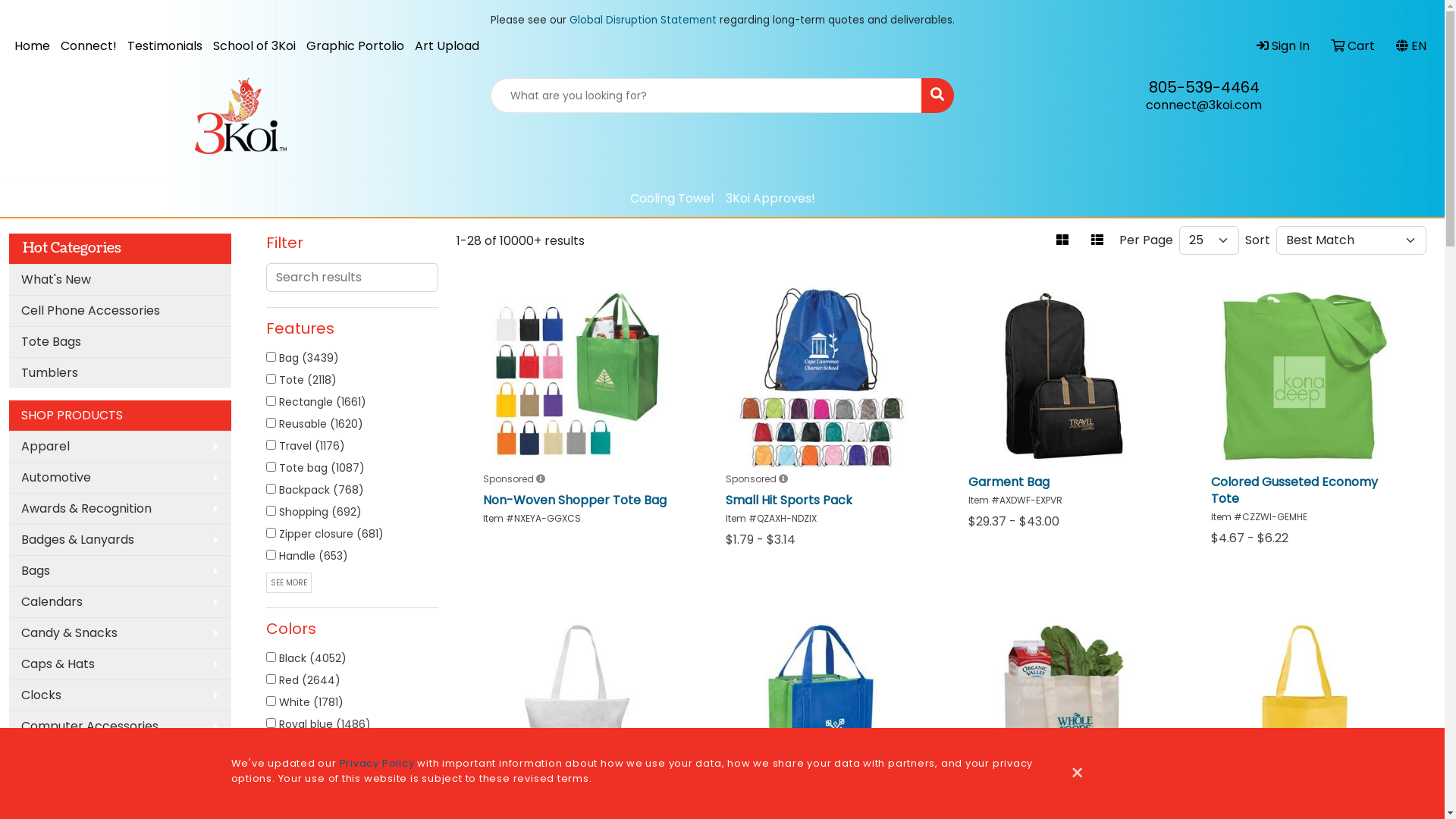  Describe the element at coordinates (119, 663) in the screenshot. I see `'Caps & Hats'` at that location.